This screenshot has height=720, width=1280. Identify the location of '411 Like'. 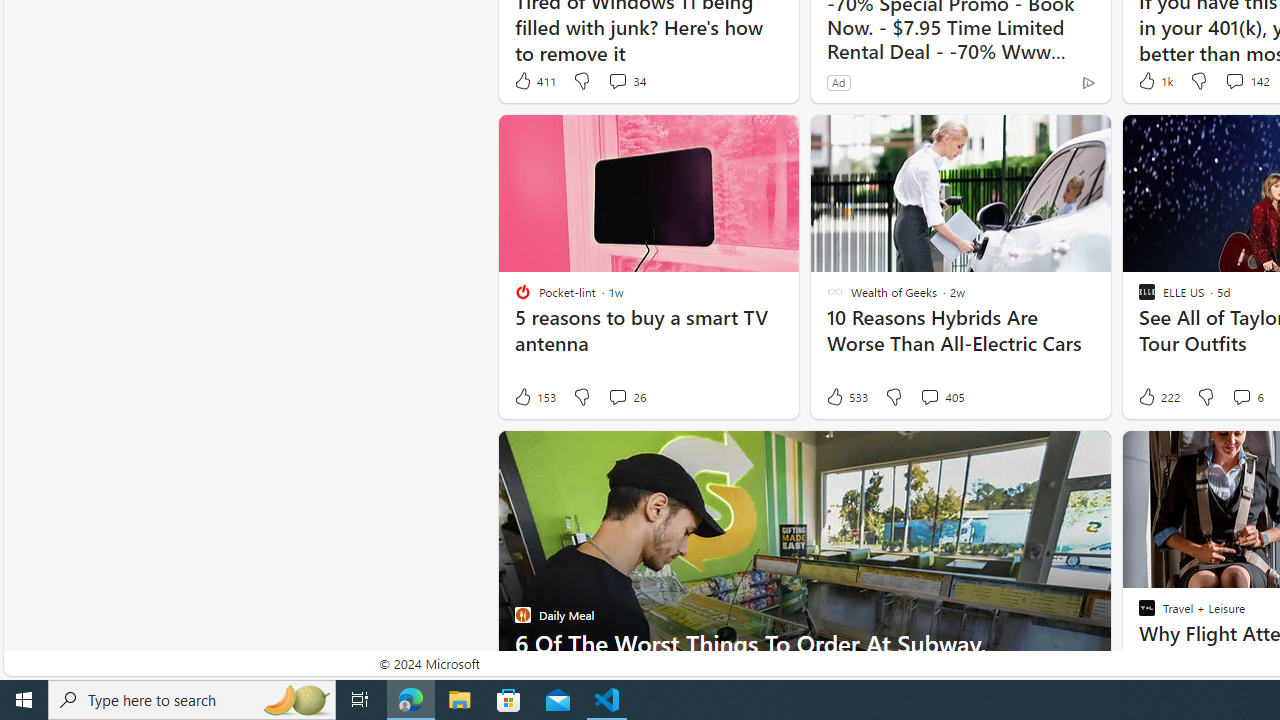
(534, 80).